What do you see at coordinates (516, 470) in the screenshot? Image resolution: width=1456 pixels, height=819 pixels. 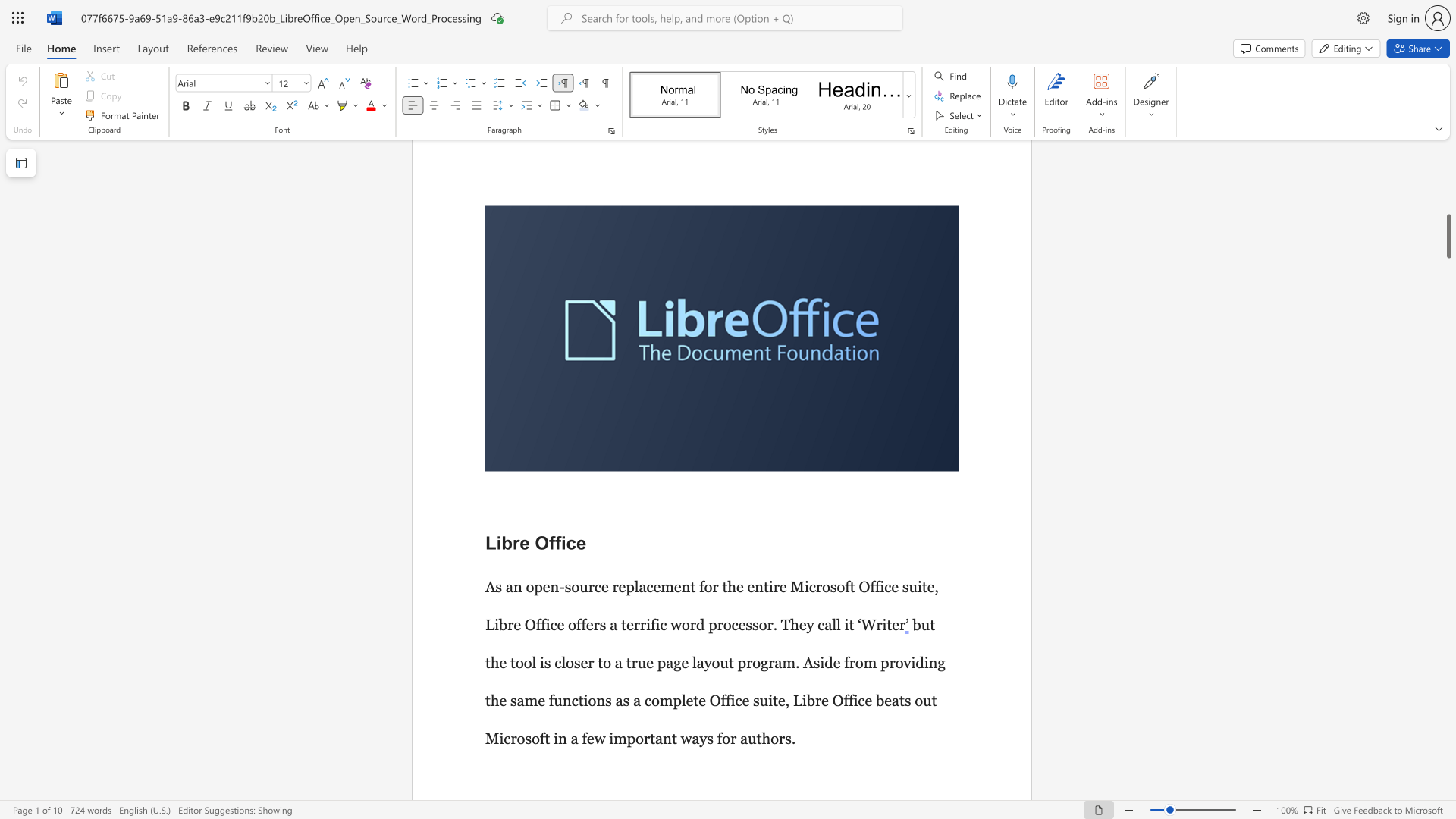 I see `the 1th character "r" in the text` at bounding box center [516, 470].